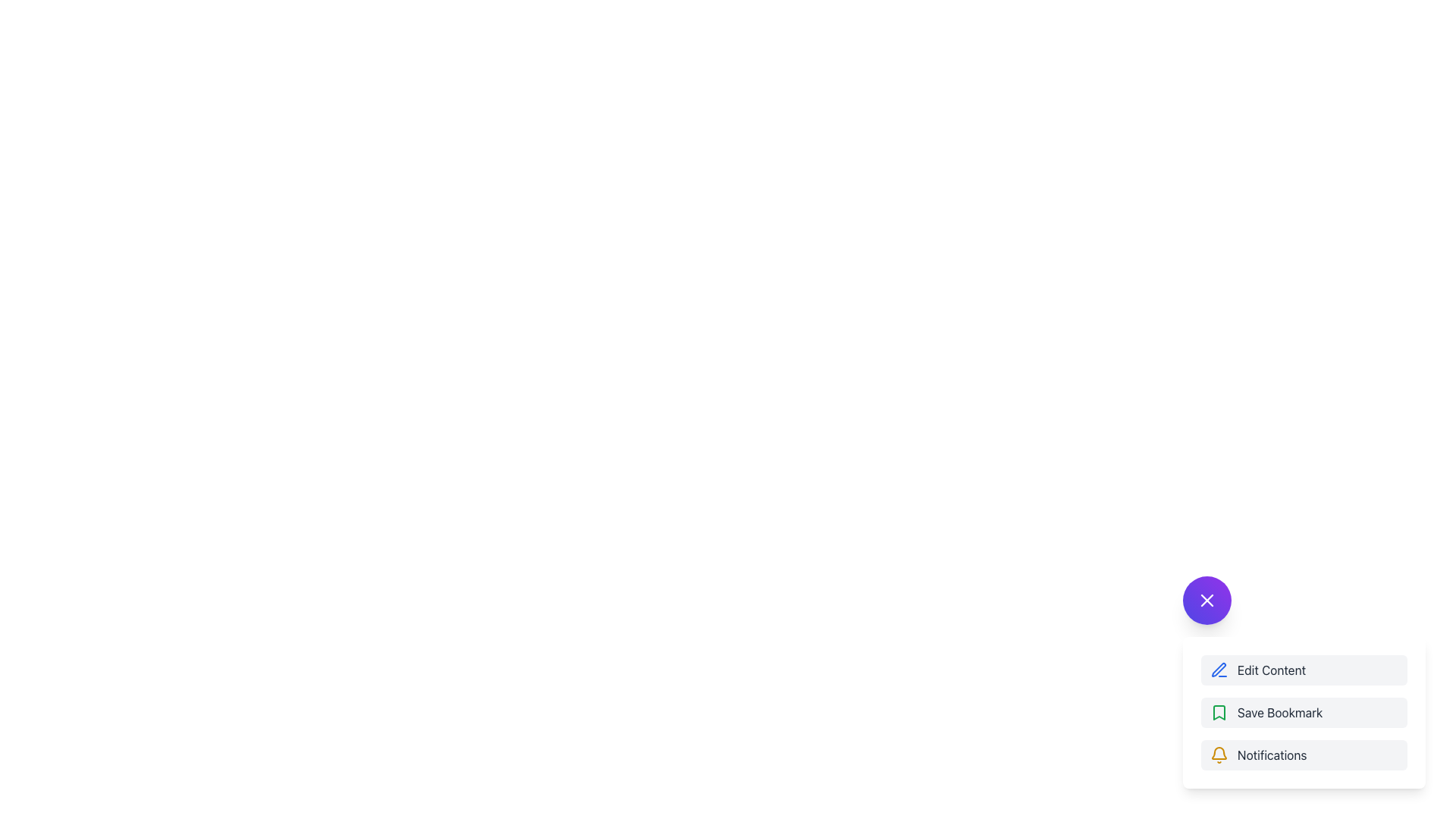  Describe the element at coordinates (1207, 599) in the screenshot. I see `the close 'X' icon located inside a circular button in the bottom-right region of the interface` at that location.